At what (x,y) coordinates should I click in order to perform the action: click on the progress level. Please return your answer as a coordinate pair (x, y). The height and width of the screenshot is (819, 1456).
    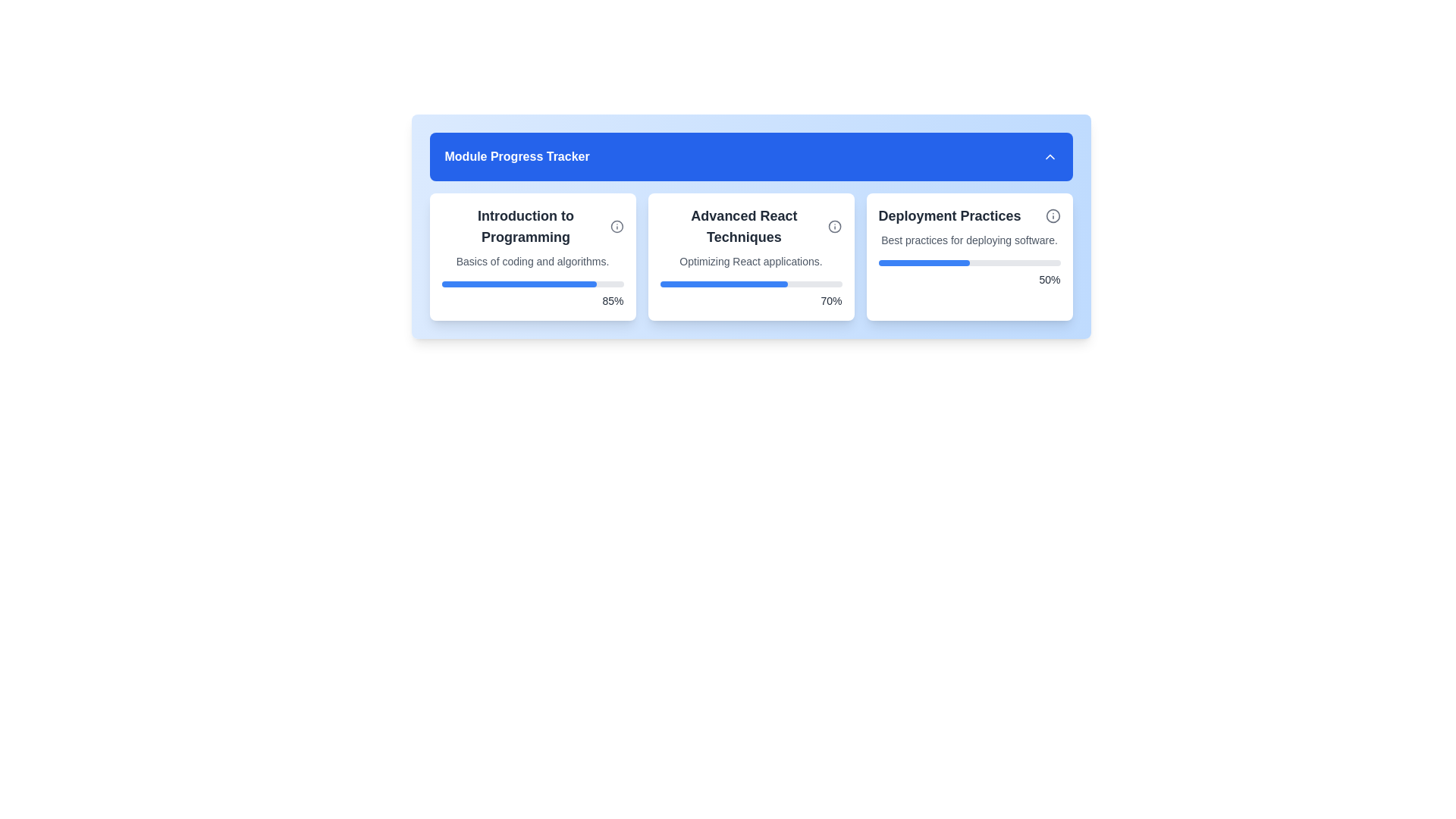
    Looking at the image, I should click on (883, 262).